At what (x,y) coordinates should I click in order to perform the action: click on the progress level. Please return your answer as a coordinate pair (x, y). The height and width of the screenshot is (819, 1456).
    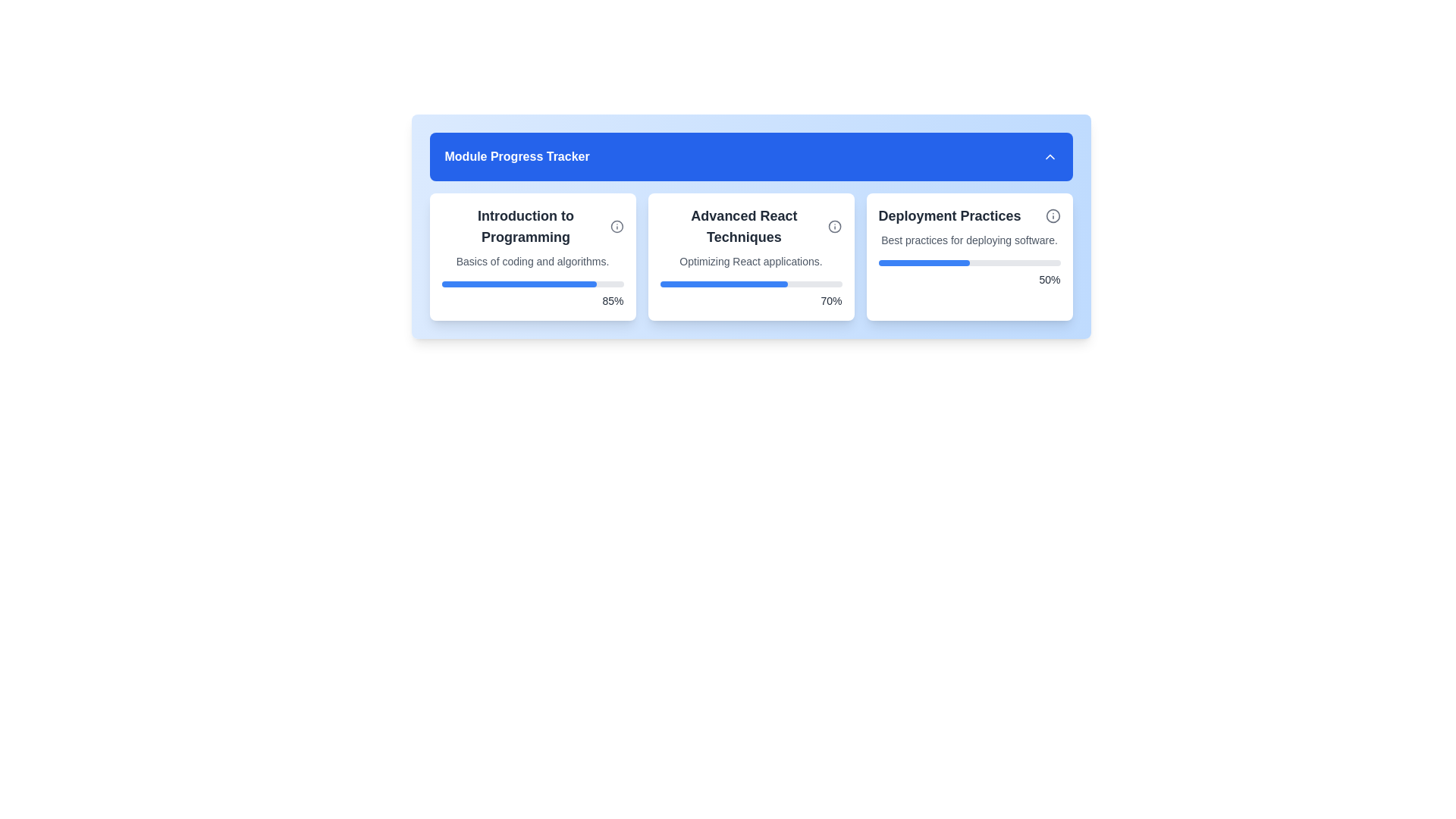
    Looking at the image, I should click on (883, 262).